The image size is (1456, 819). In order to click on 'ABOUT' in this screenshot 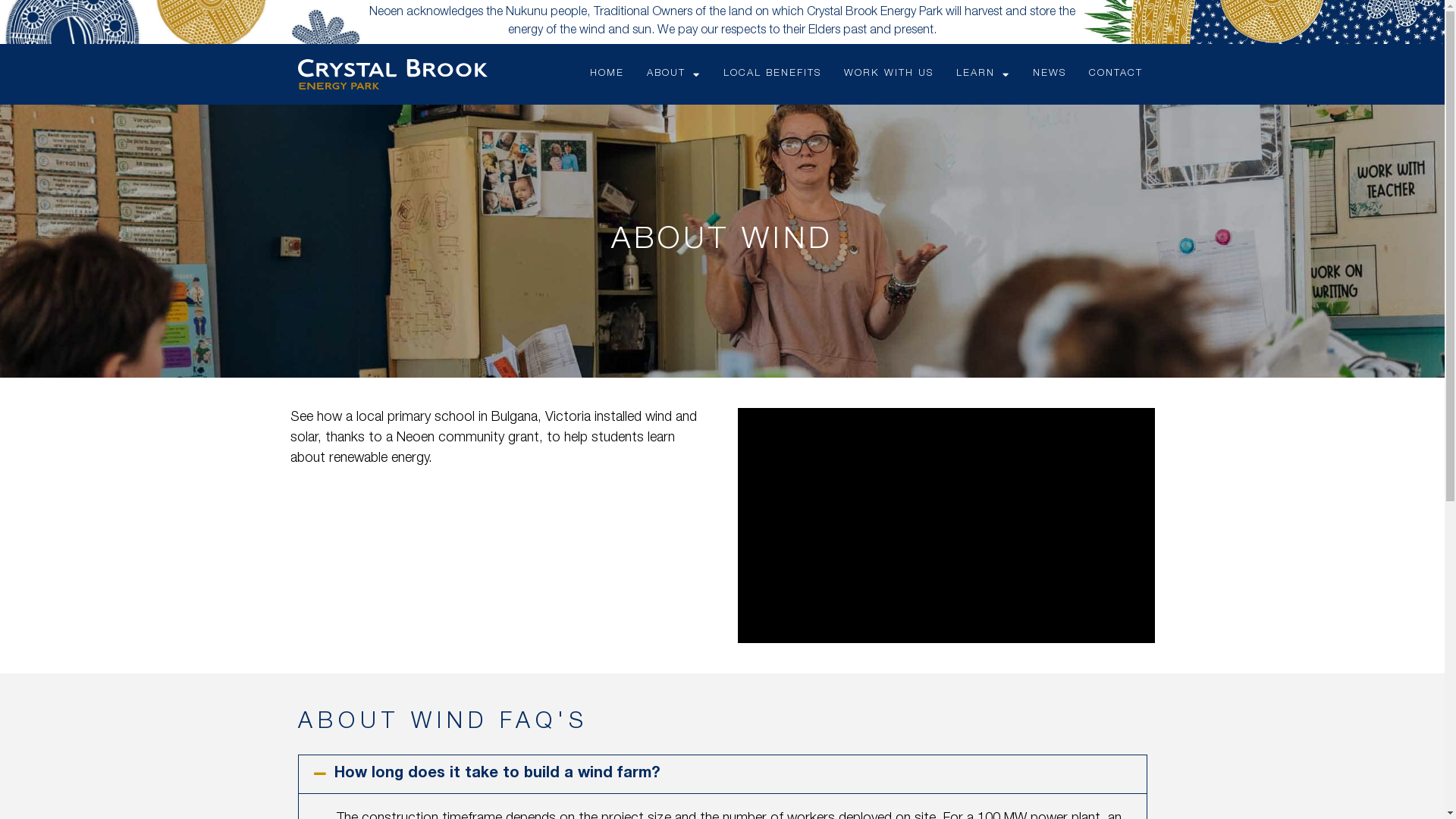, I will do `click(673, 74)`.